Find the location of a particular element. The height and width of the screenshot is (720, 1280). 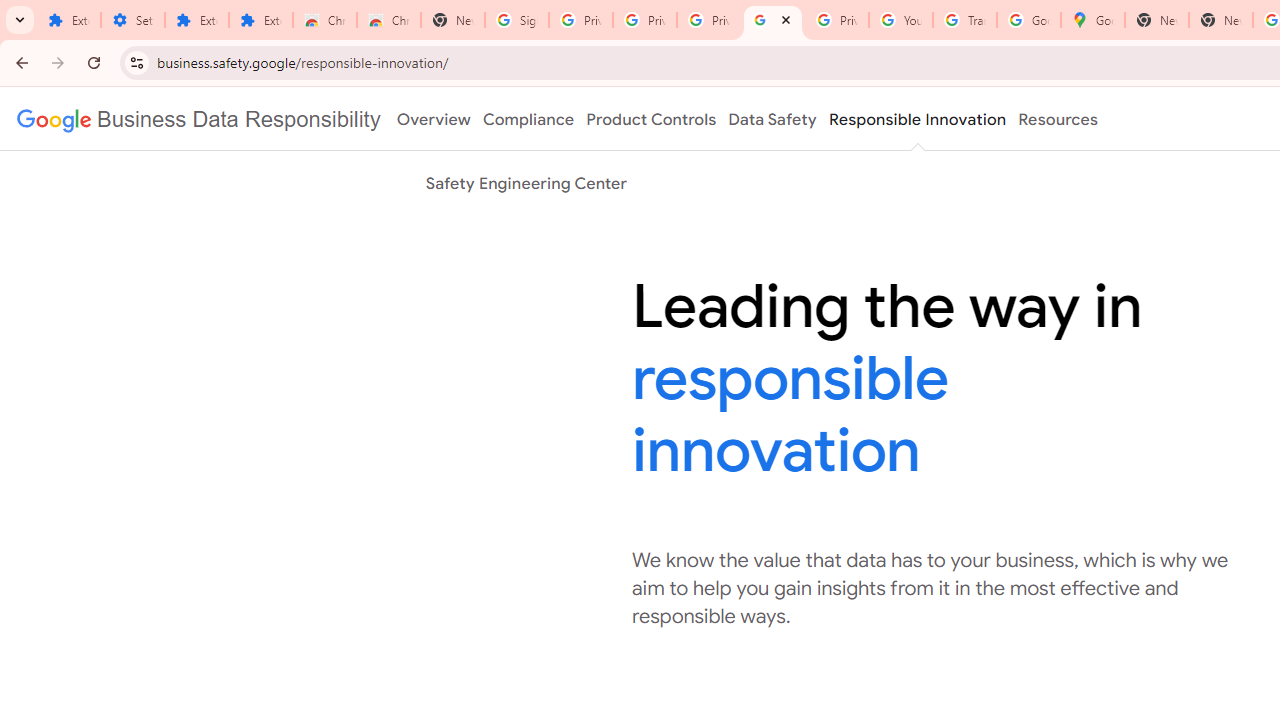

'Extensions' is located at coordinates (197, 20).